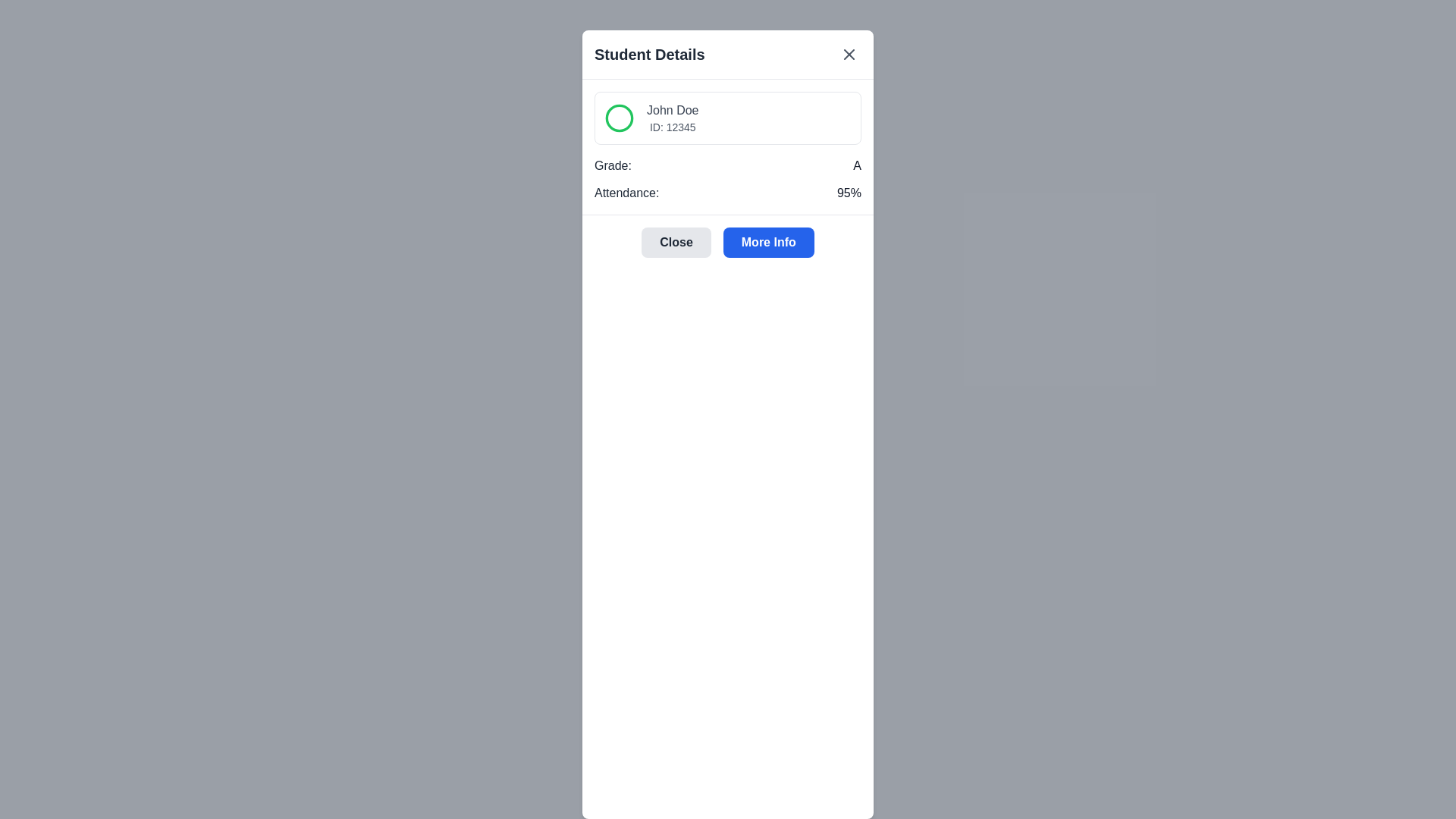  I want to click on the gray 'X' icon at the top-right corner of the 'Student Details' modal, so click(848, 54).